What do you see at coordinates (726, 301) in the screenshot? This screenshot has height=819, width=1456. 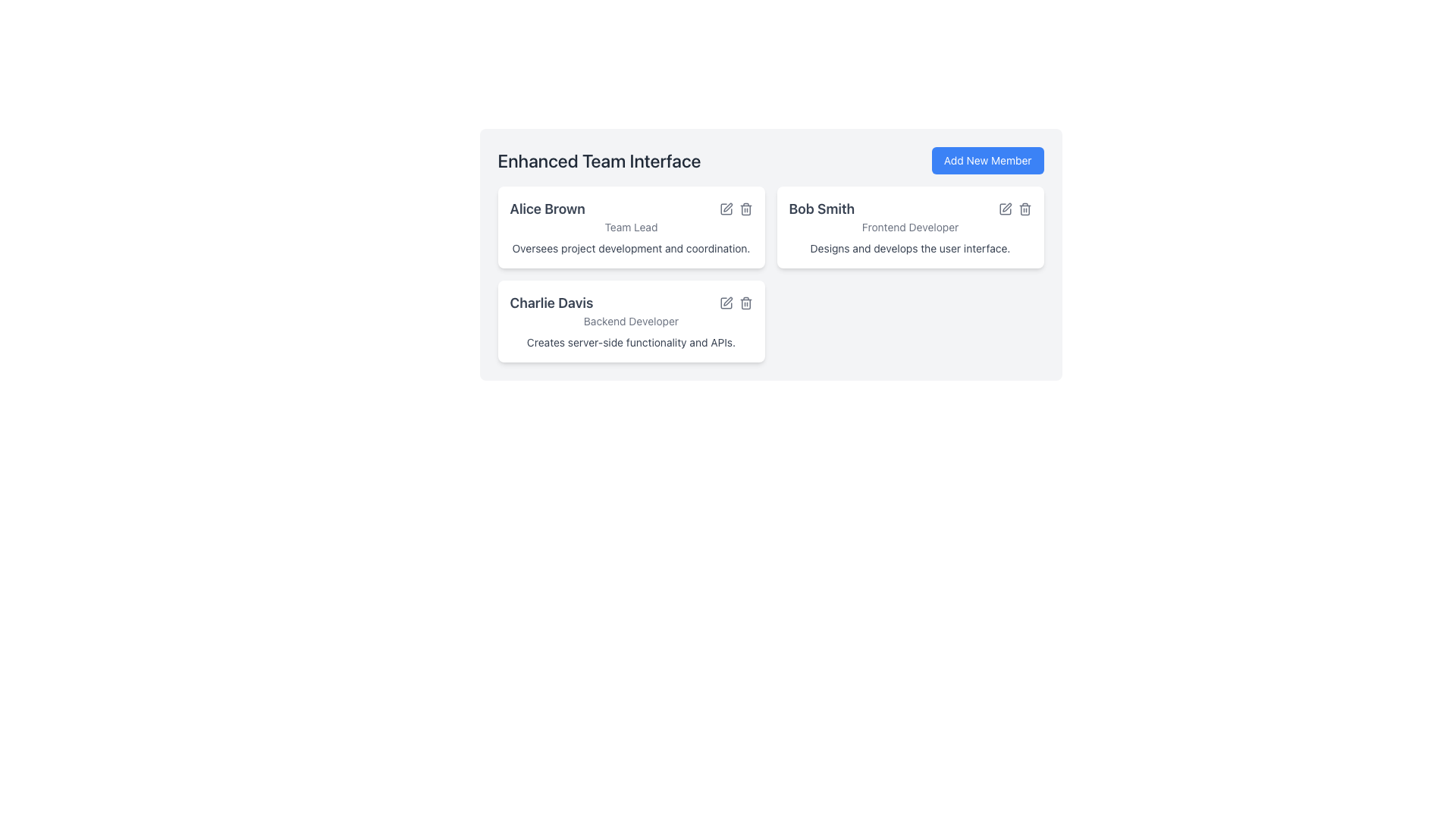 I see `the edit icon button located in the top-right corner of the 'Charlie Davis' card` at bounding box center [726, 301].